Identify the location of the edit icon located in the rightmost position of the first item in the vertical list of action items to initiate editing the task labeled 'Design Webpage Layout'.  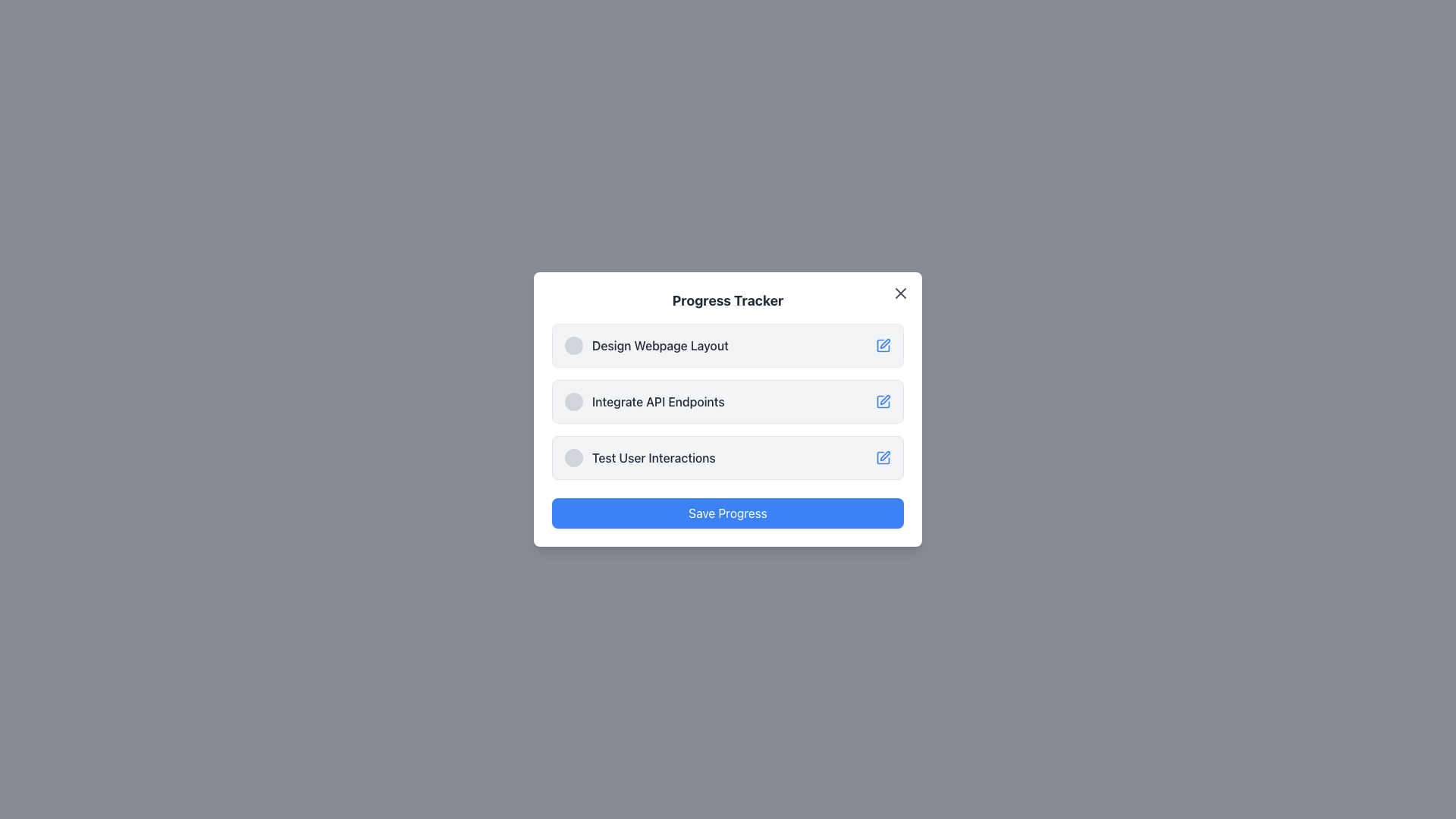
(885, 344).